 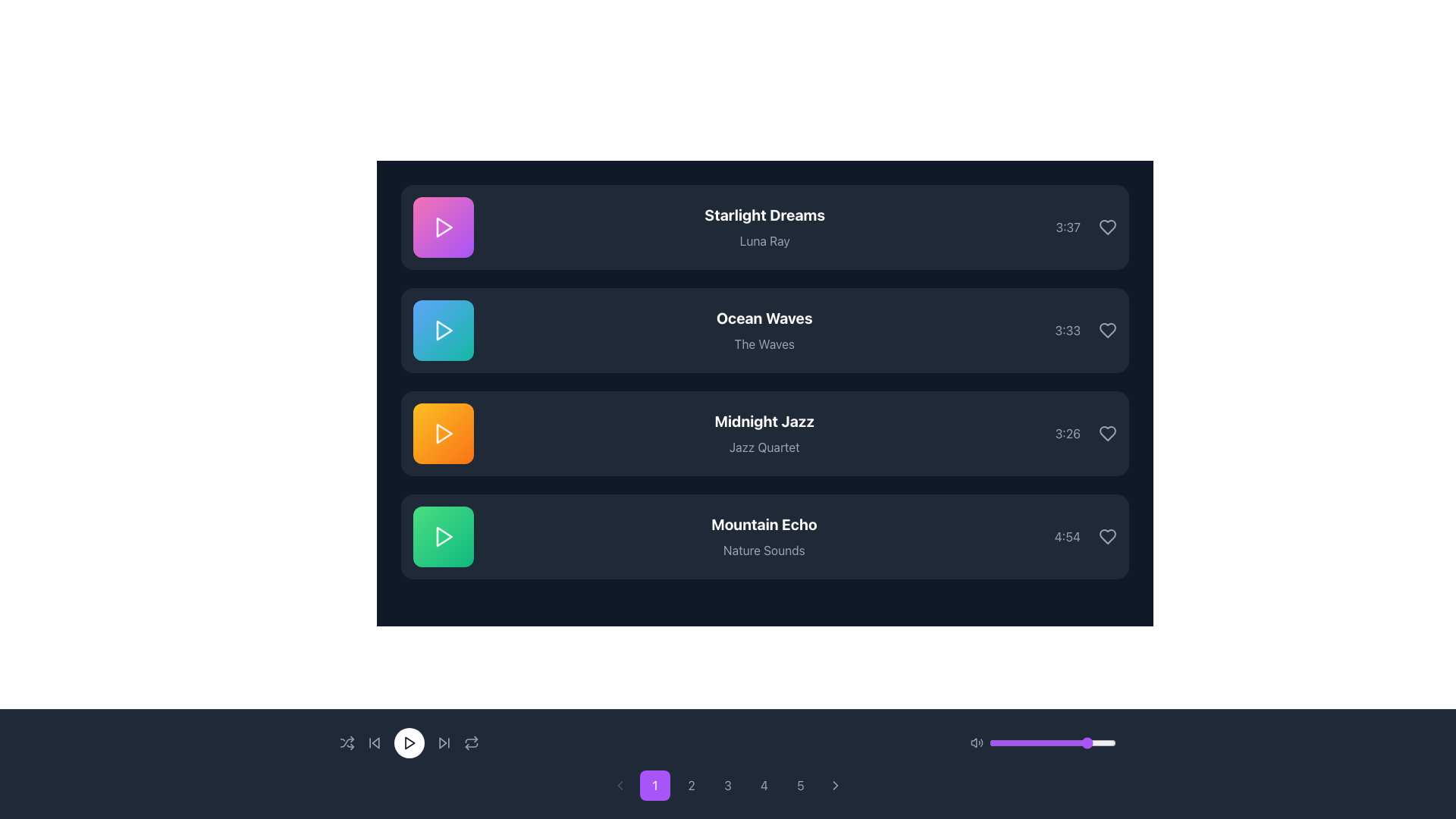 What do you see at coordinates (1107, 536) in the screenshot?
I see `the heart-shaped icon button at the far right of the 'Mountain Echo' list item to favorite or unfavorite the track` at bounding box center [1107, 536].